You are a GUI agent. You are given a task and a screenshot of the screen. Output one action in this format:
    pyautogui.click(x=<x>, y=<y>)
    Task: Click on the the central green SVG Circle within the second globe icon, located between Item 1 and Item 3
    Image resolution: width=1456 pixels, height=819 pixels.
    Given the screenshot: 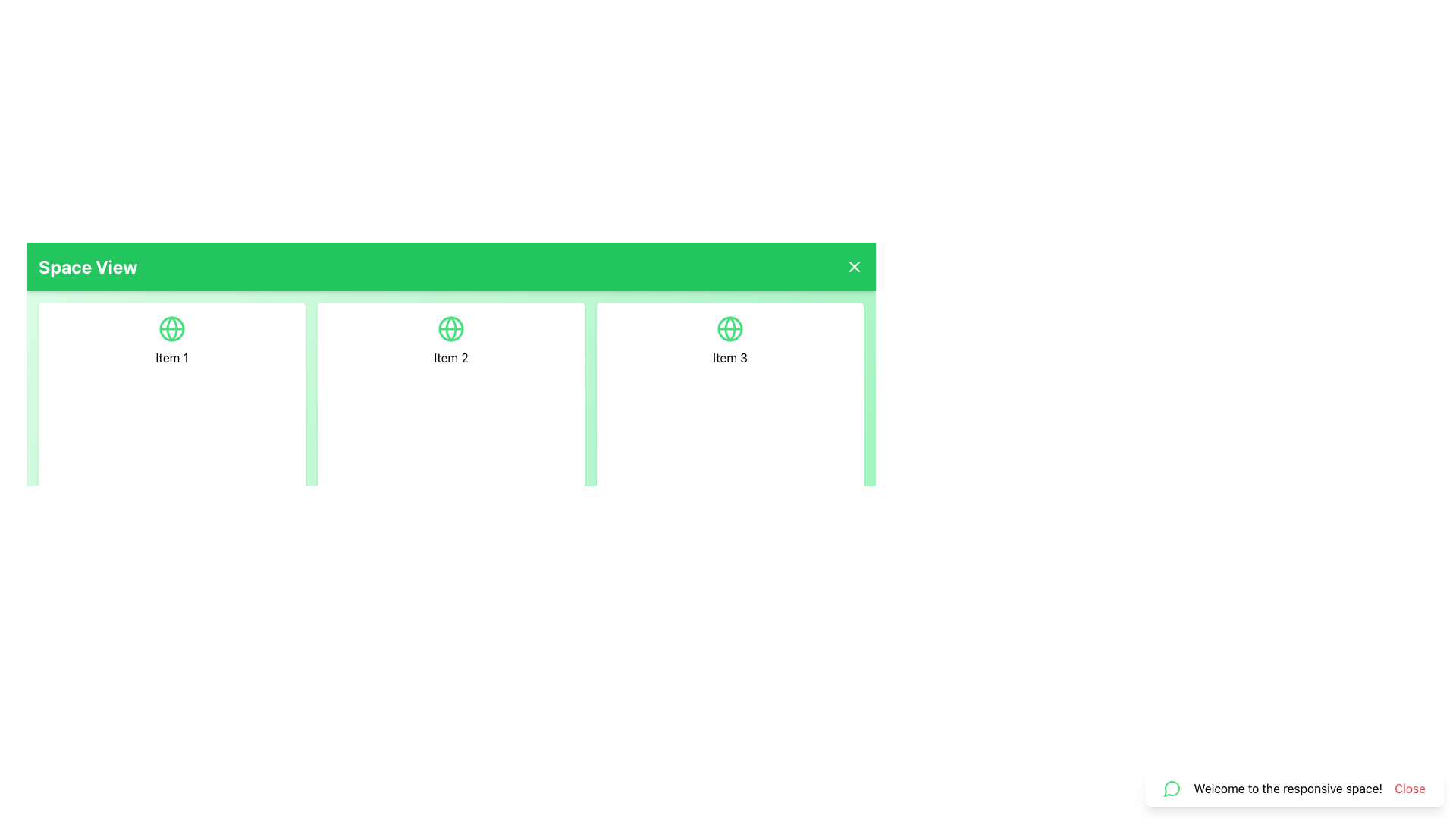 What is the action you would take?
    pyautogui.click(x=450, y=328)
    